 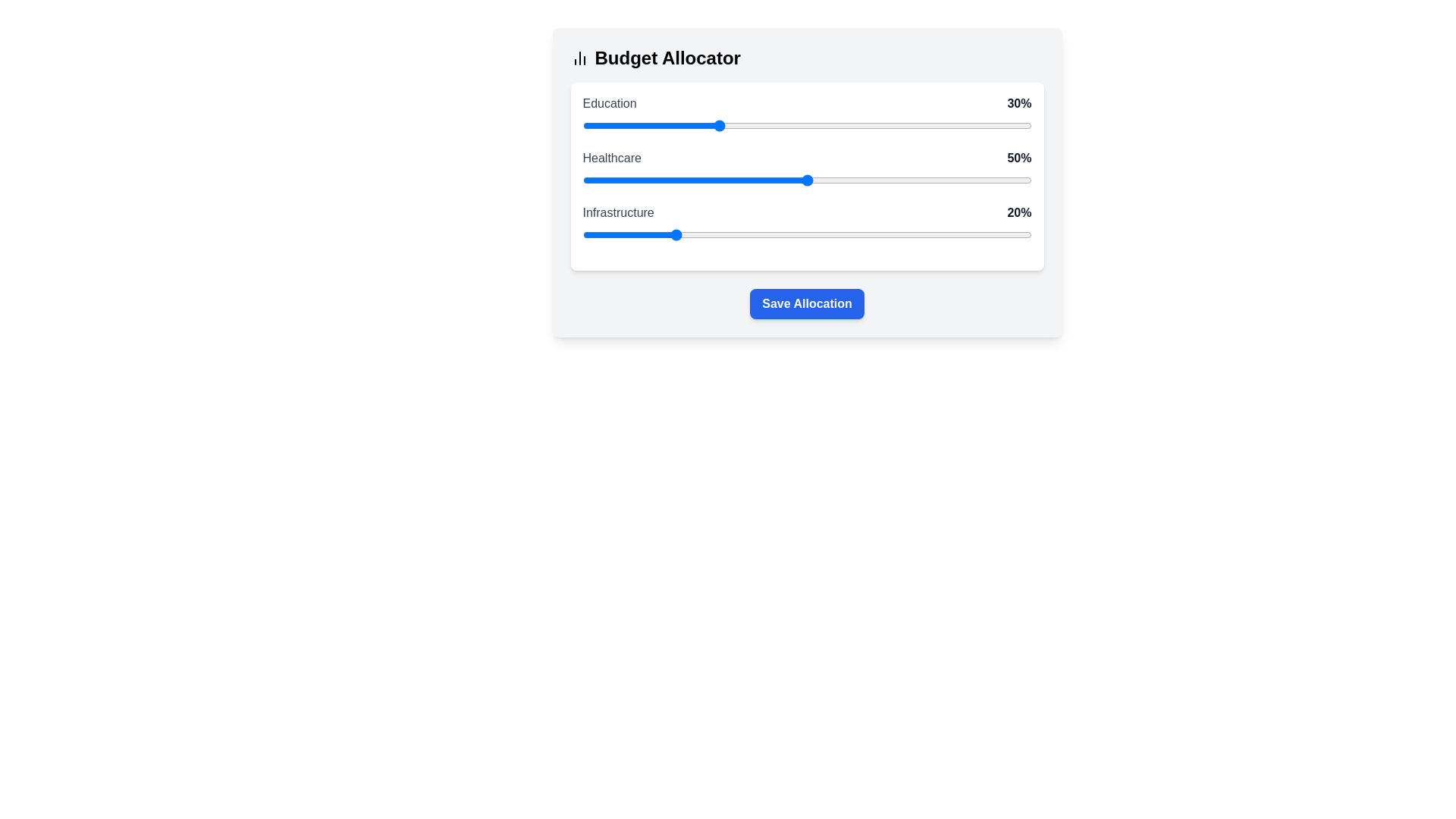 What do you see at coordinates (842, 180) in the screenshot?
I see `healthcare allocation` at bounding box center [842, 180].